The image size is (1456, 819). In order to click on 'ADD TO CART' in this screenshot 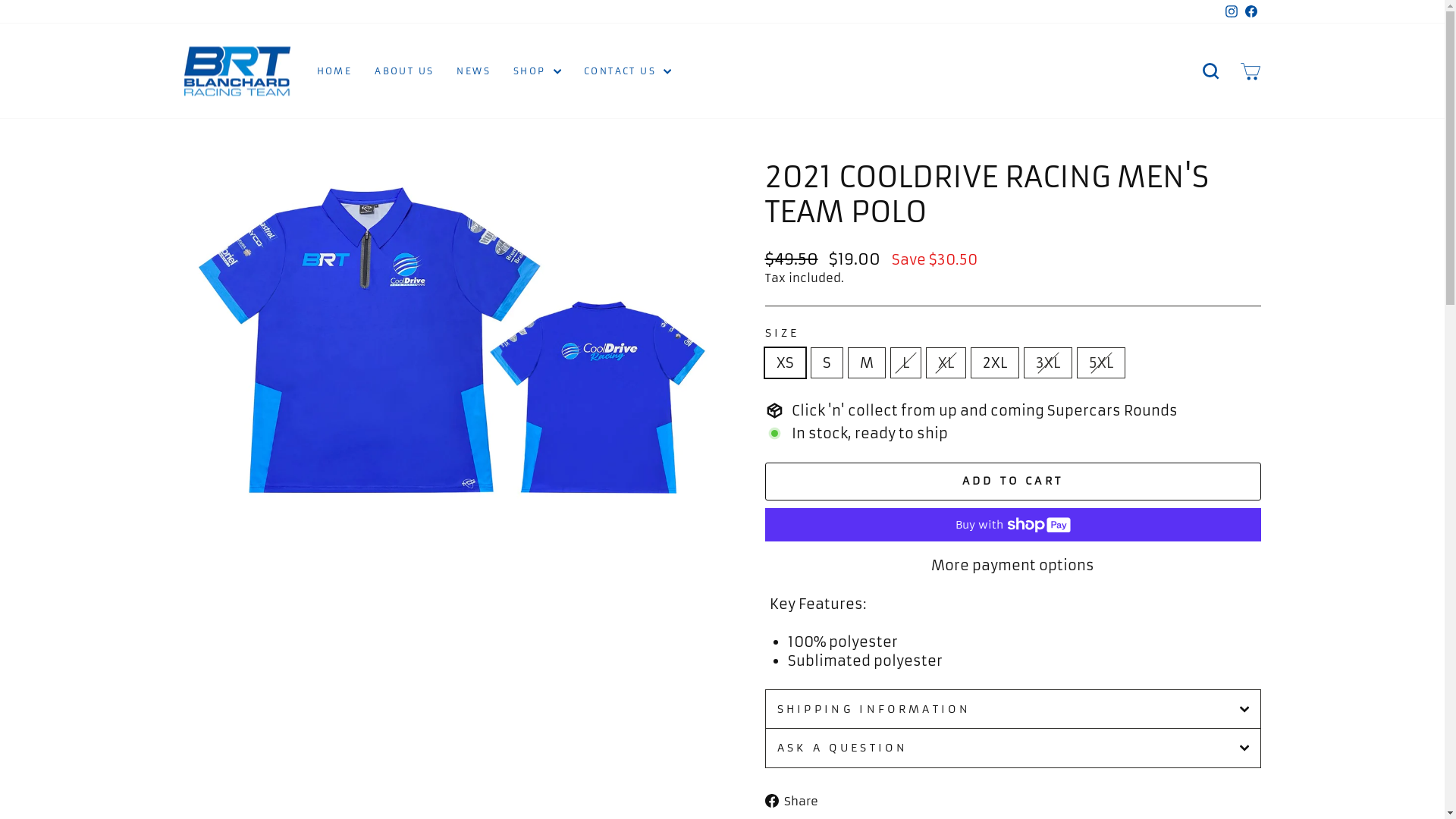, I will do `click(1012, 482)`.